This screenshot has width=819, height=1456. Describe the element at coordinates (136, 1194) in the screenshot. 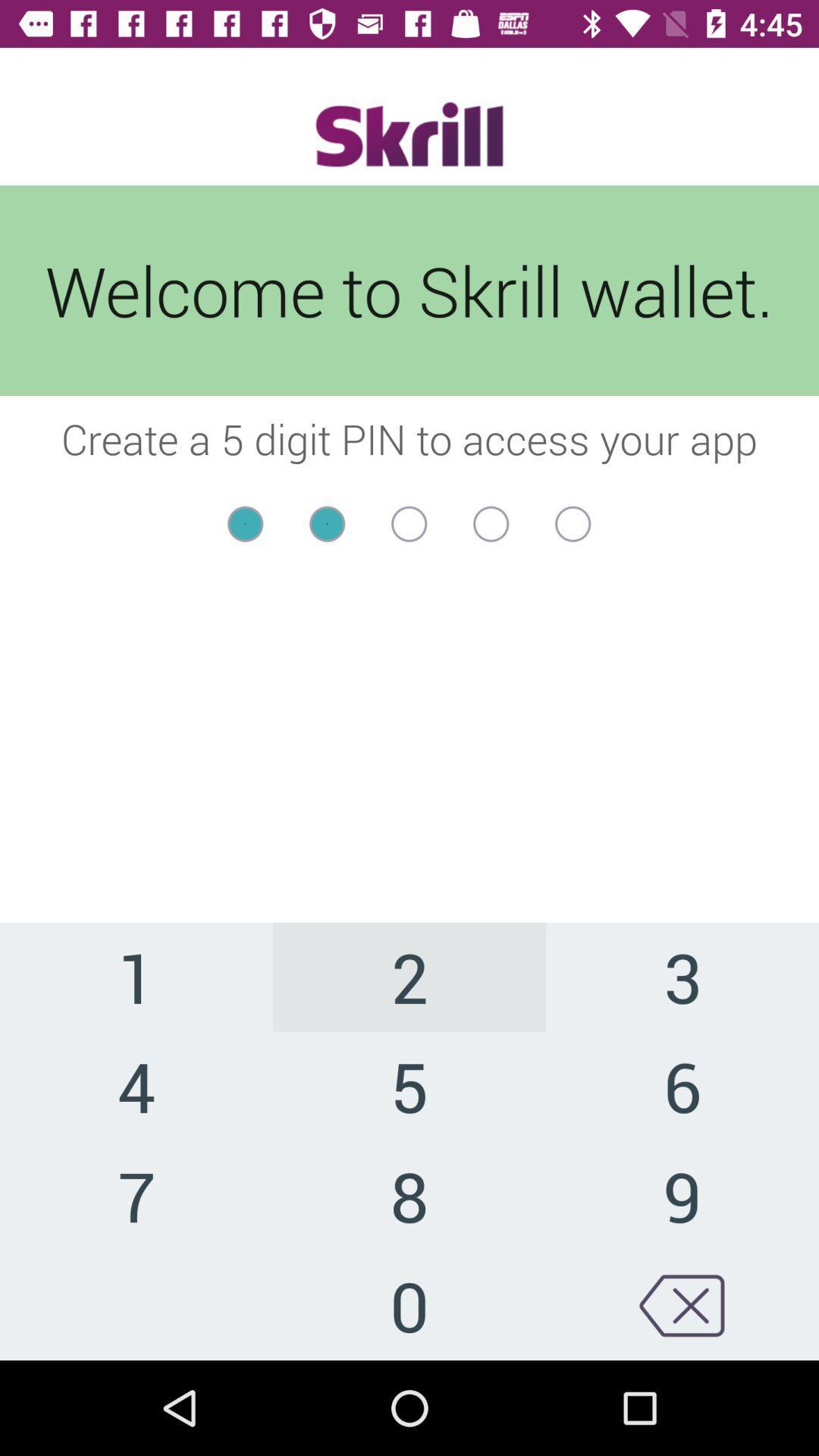

I see `item to the left of the 5 item` at that location.